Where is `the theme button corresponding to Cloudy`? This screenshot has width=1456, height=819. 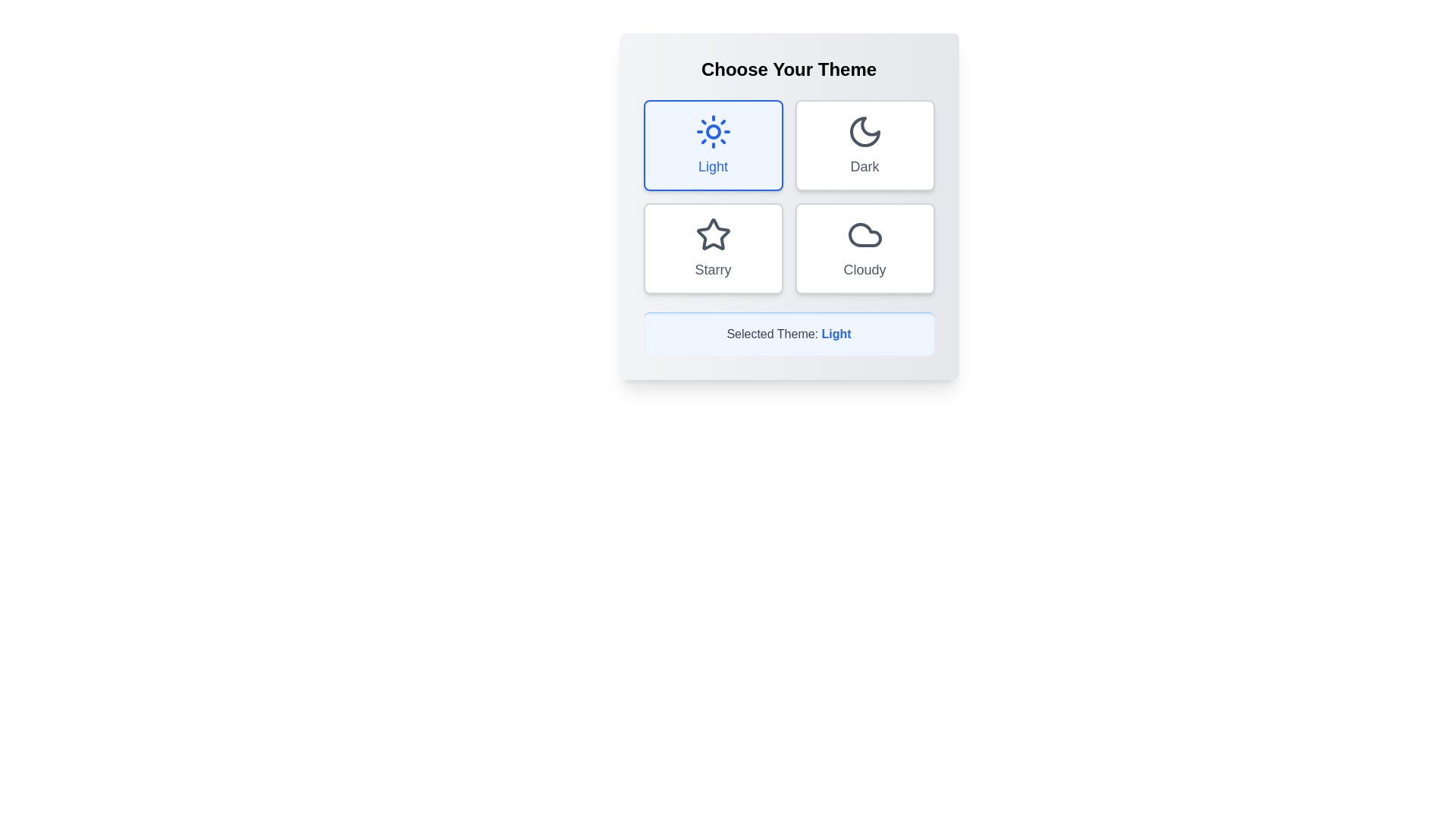
the theme button corresponding to Cloudy is located at coordinates (864, 247).